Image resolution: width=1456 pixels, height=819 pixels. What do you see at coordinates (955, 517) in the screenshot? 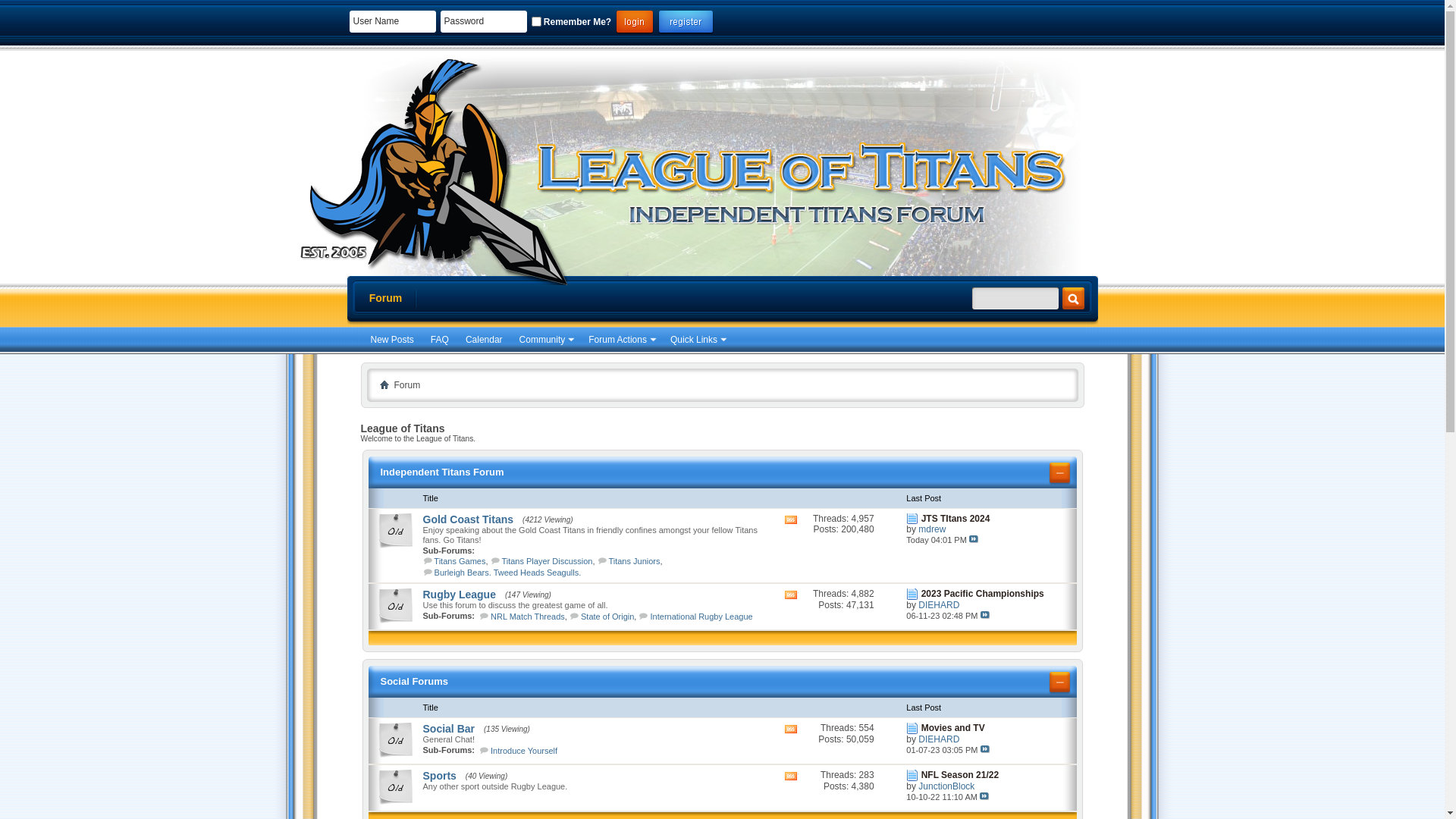
I see `'JTS TItans 2024'` at bounding box center [955, 517].